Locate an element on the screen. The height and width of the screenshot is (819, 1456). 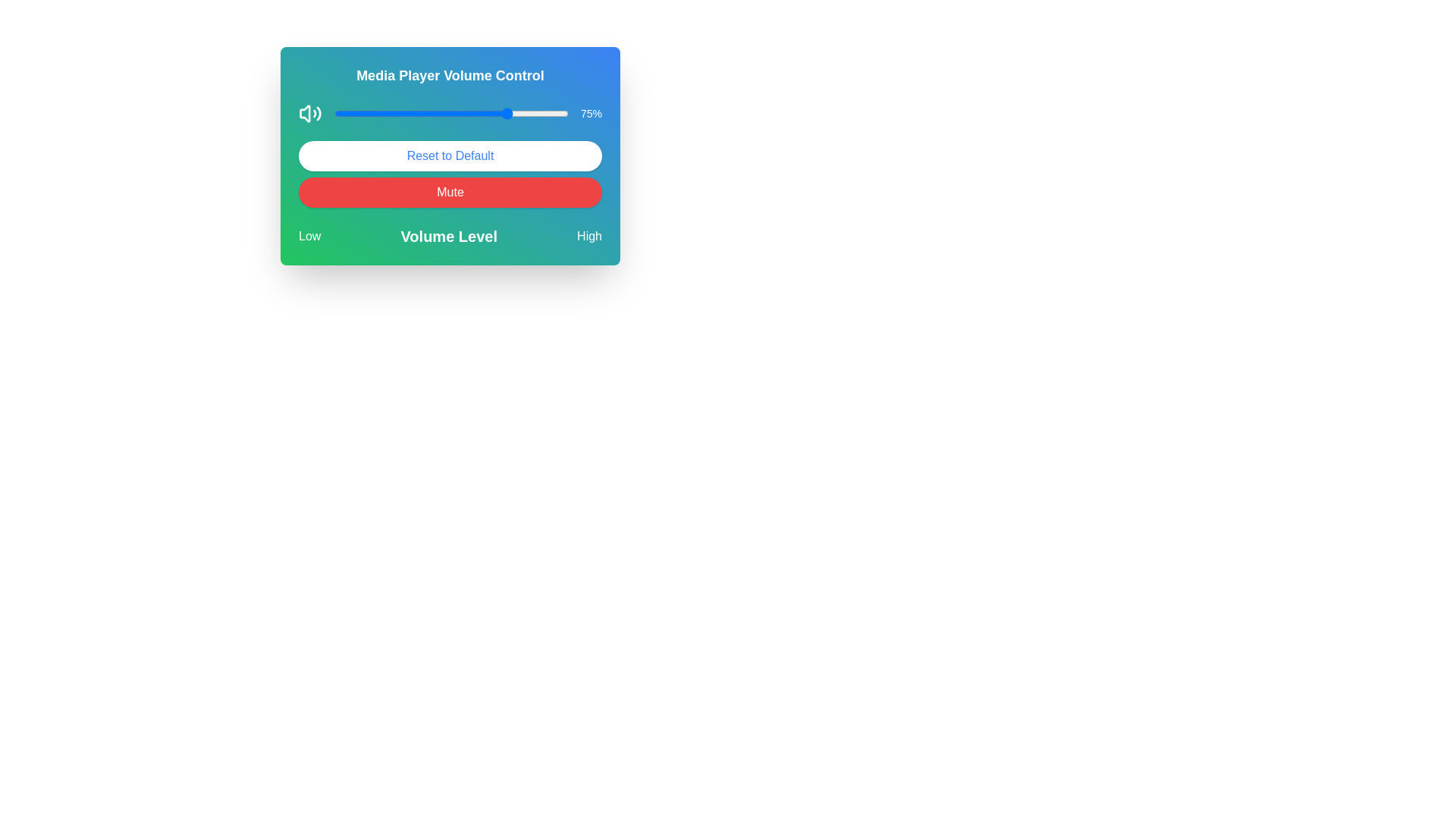
the volume is located at coordinates (514, 113).